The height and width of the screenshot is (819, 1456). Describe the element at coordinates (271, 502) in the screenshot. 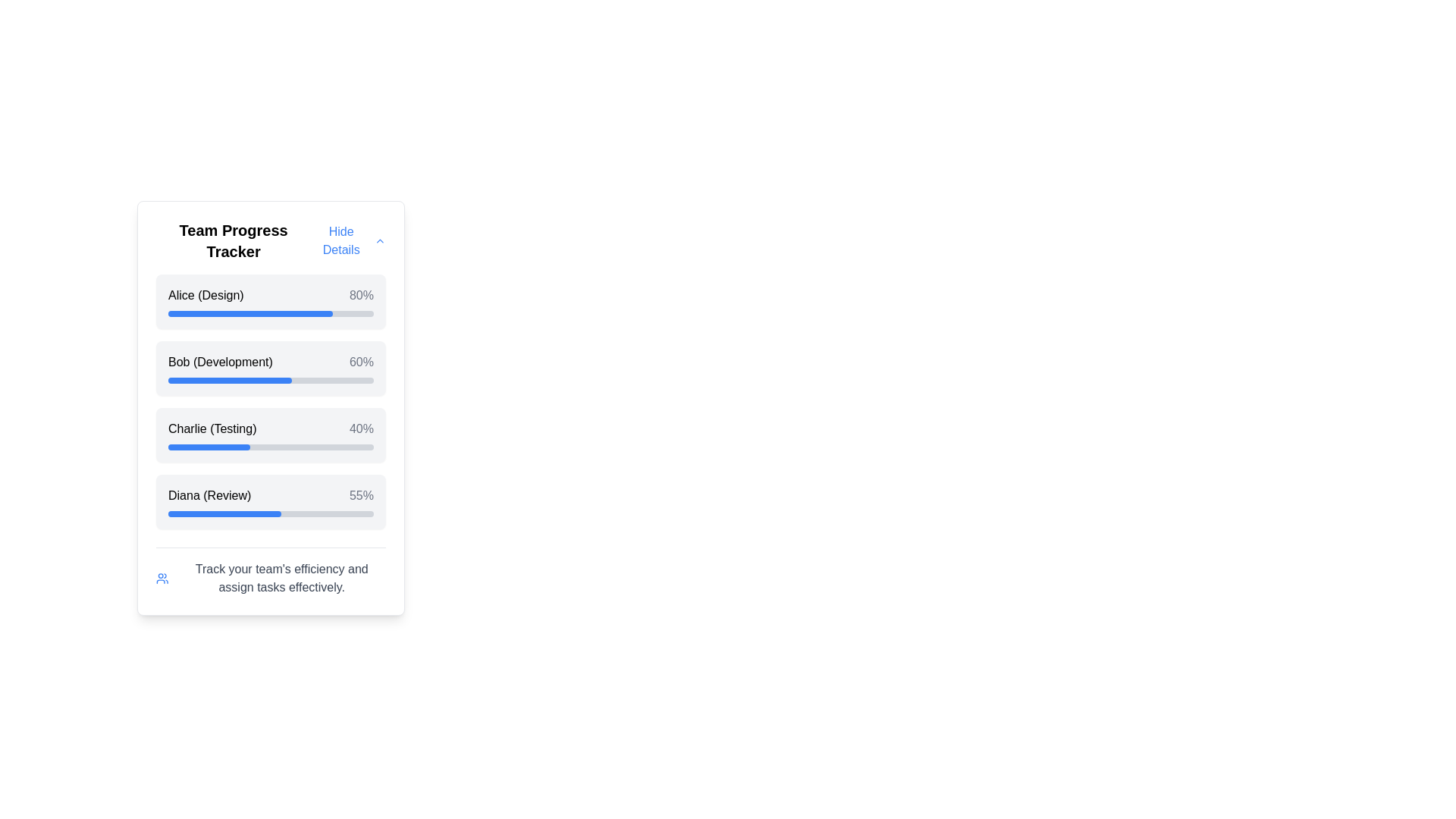

I see `the Progress card labeled 'Diana (Review)' which displays a 55% completion percentage, positioned at the bottom of the vertical list in the 'Team Progress Tracker'` at that location.